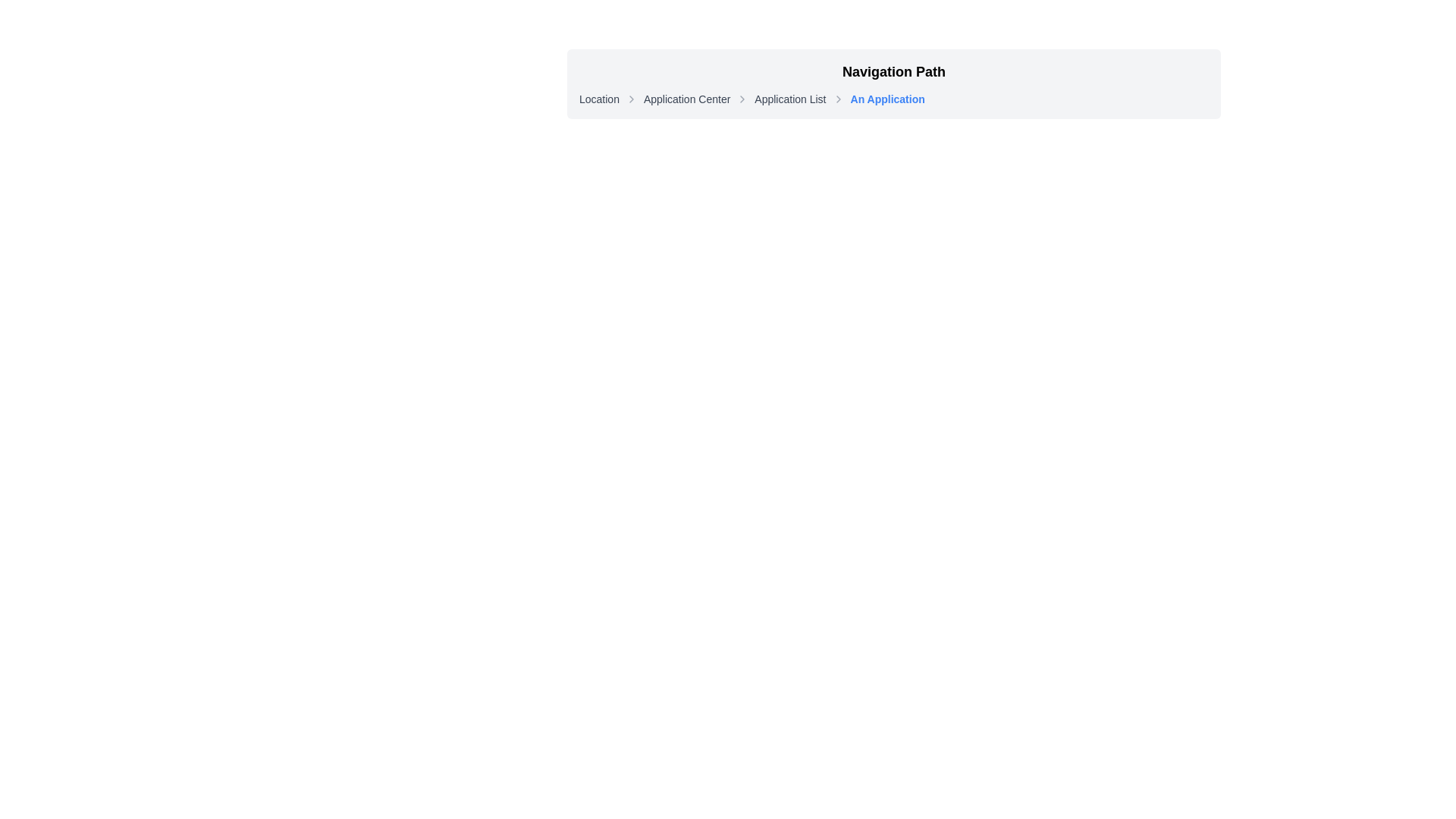  What do you see at coordinates (742, 99) in the screenshot?
I see `the second right-facing chevron icon in the breadcrumb navigation, located between 'Application Center' and 'Application List'` at bounding box center [742, 99].